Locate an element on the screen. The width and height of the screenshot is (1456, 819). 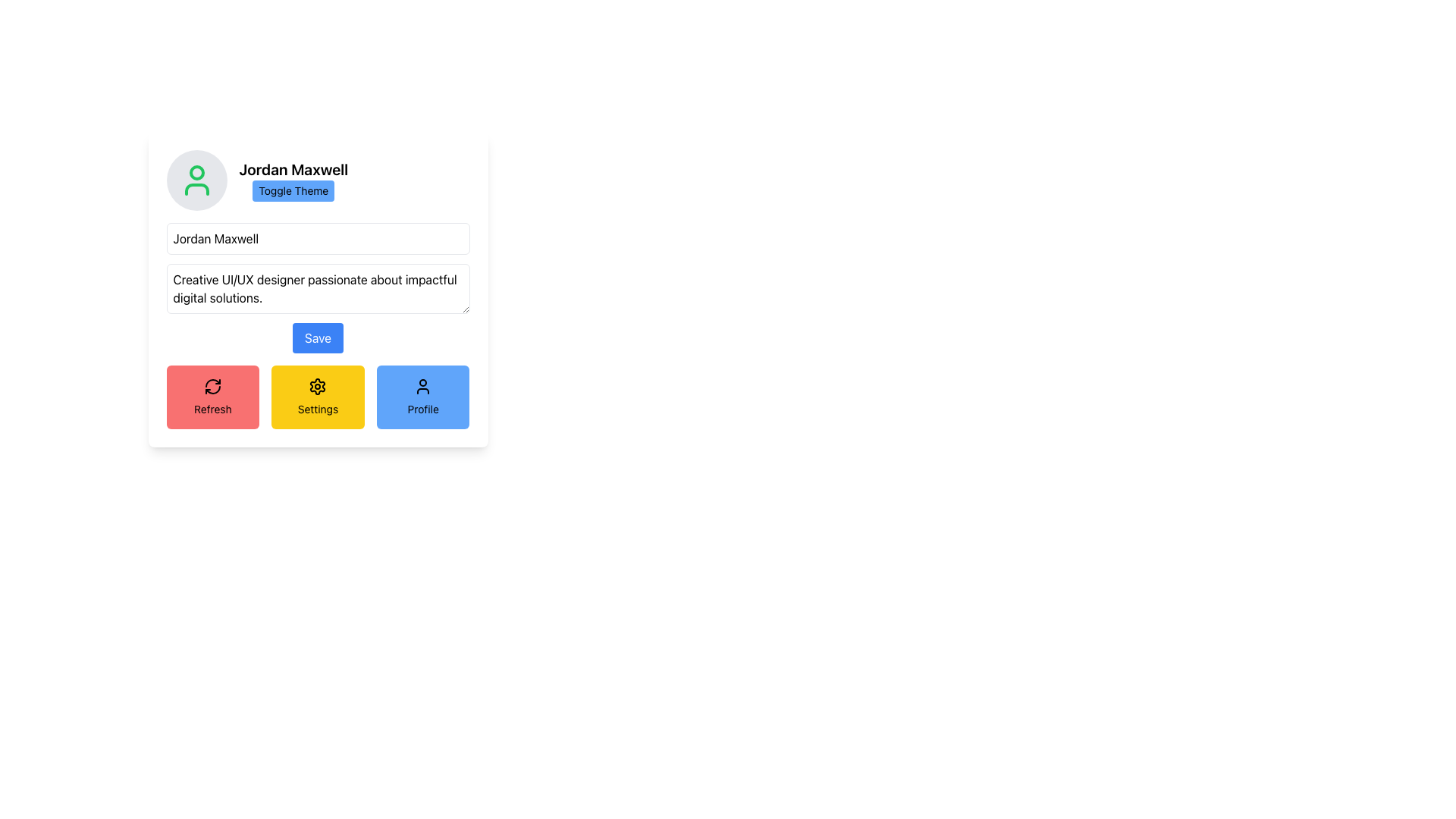
the refresh icon located in the red square at the bottom-left of the interface is located at coordinates (212, 385).